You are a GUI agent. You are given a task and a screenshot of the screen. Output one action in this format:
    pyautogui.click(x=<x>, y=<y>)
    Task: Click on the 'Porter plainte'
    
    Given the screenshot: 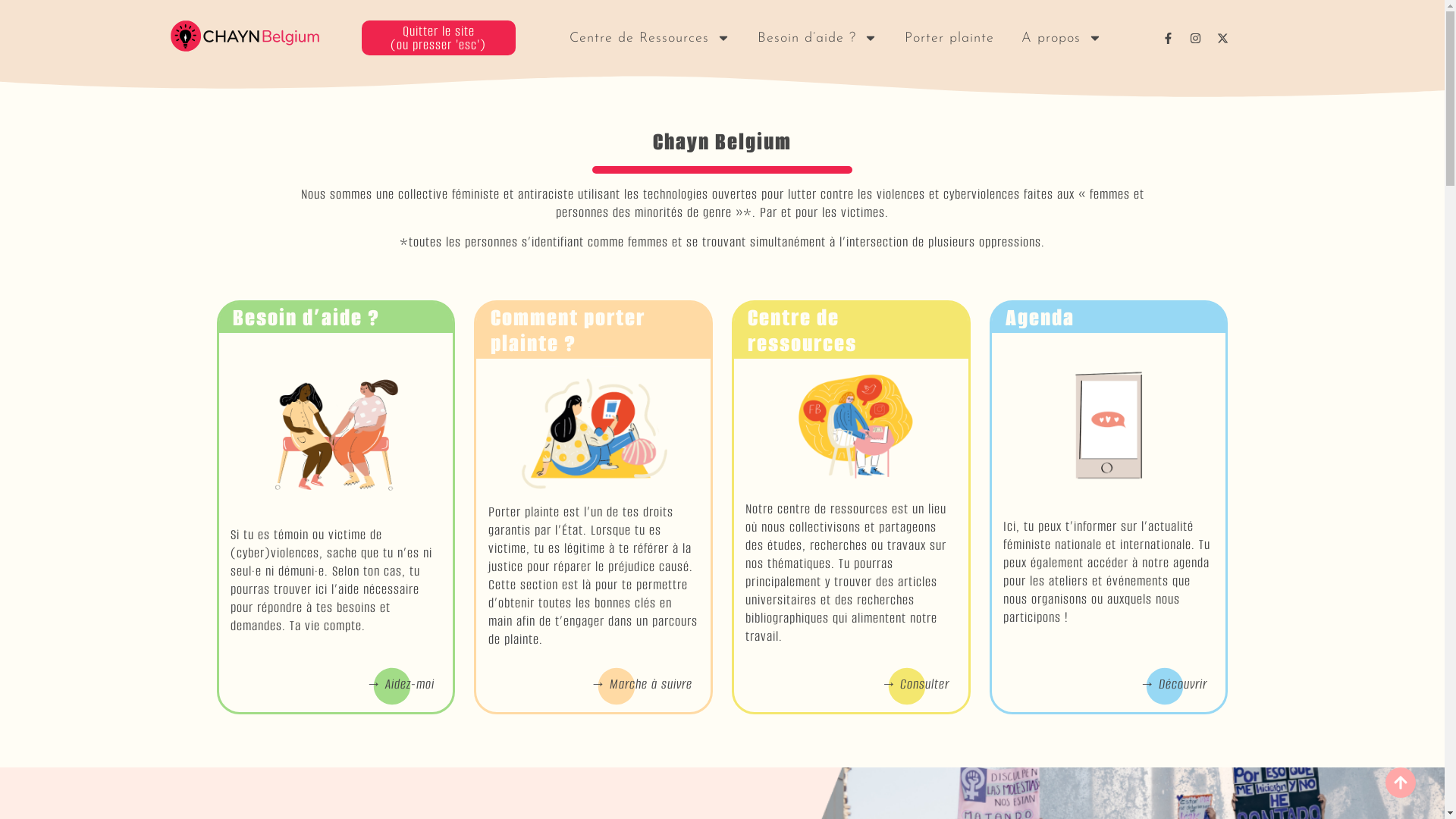 What is the action you would take?
    pyautogui.click(x=949, y=37)
    